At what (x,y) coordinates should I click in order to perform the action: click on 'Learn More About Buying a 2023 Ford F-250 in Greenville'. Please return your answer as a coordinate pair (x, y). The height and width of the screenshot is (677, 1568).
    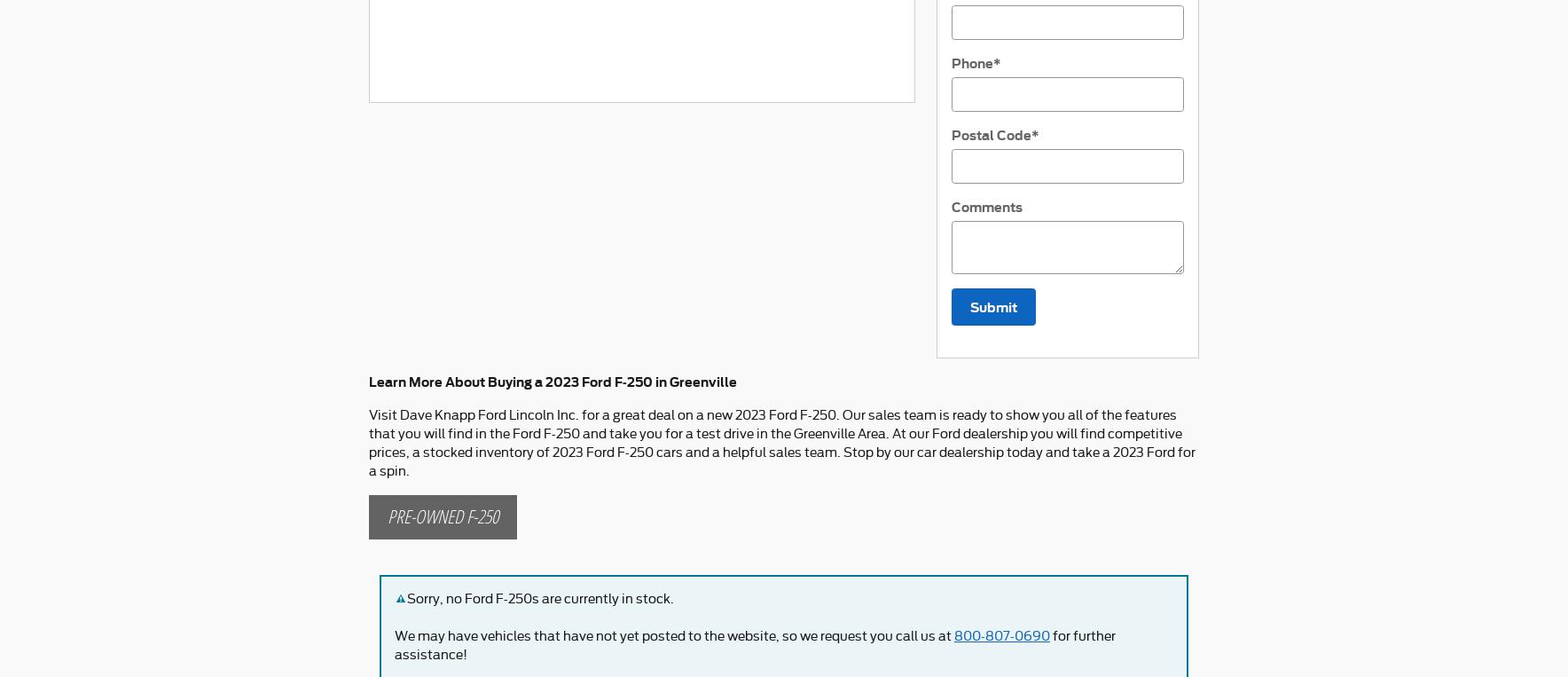
    Looking at the image, I should click on (552, 382).